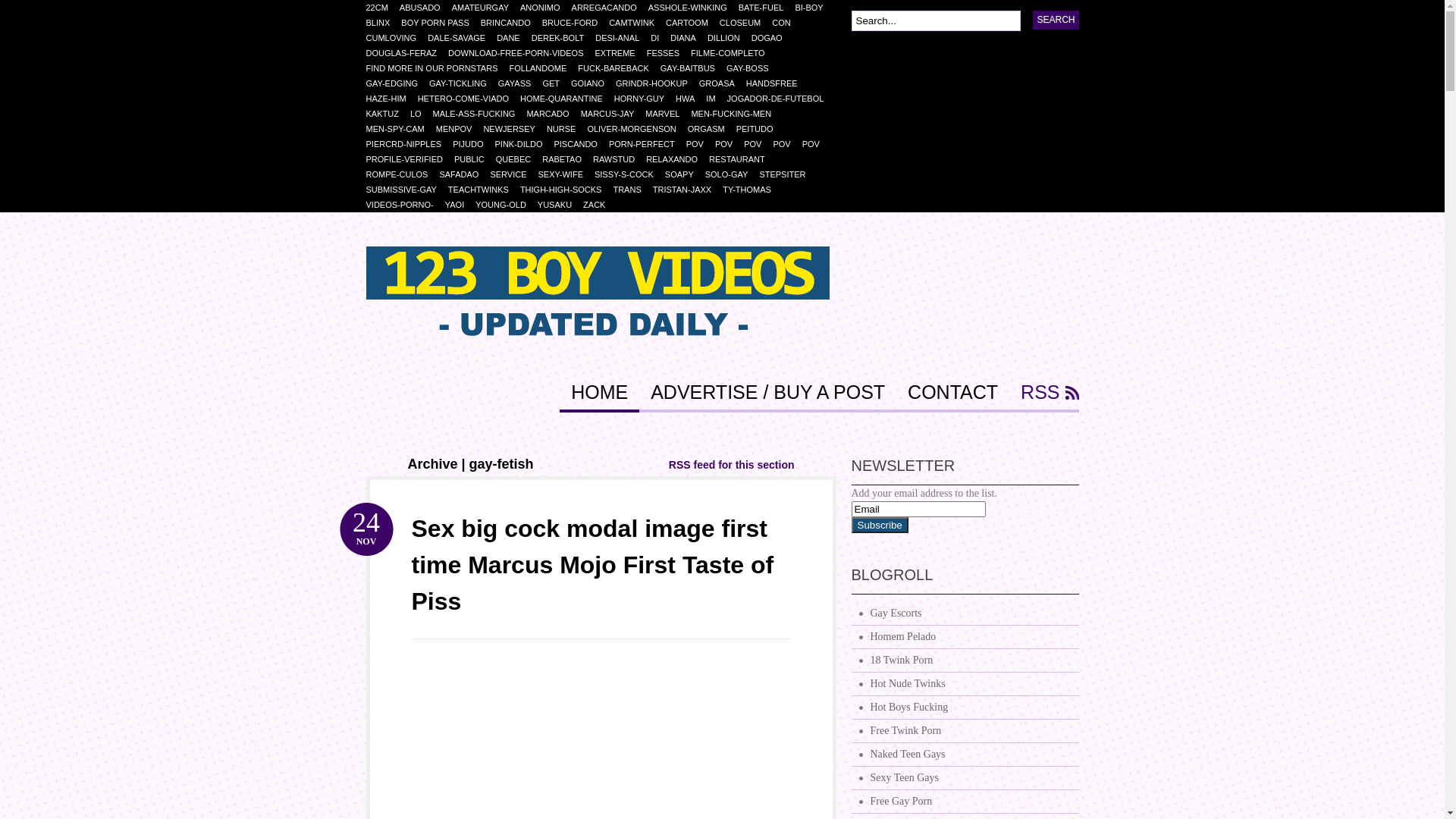 Image resolution: width=1456 pixels, height=819 pixels. Describe the element at coordinates (690, 113) in the screenshot. I see `'MEN-FUCKING-MEN'` at that location.